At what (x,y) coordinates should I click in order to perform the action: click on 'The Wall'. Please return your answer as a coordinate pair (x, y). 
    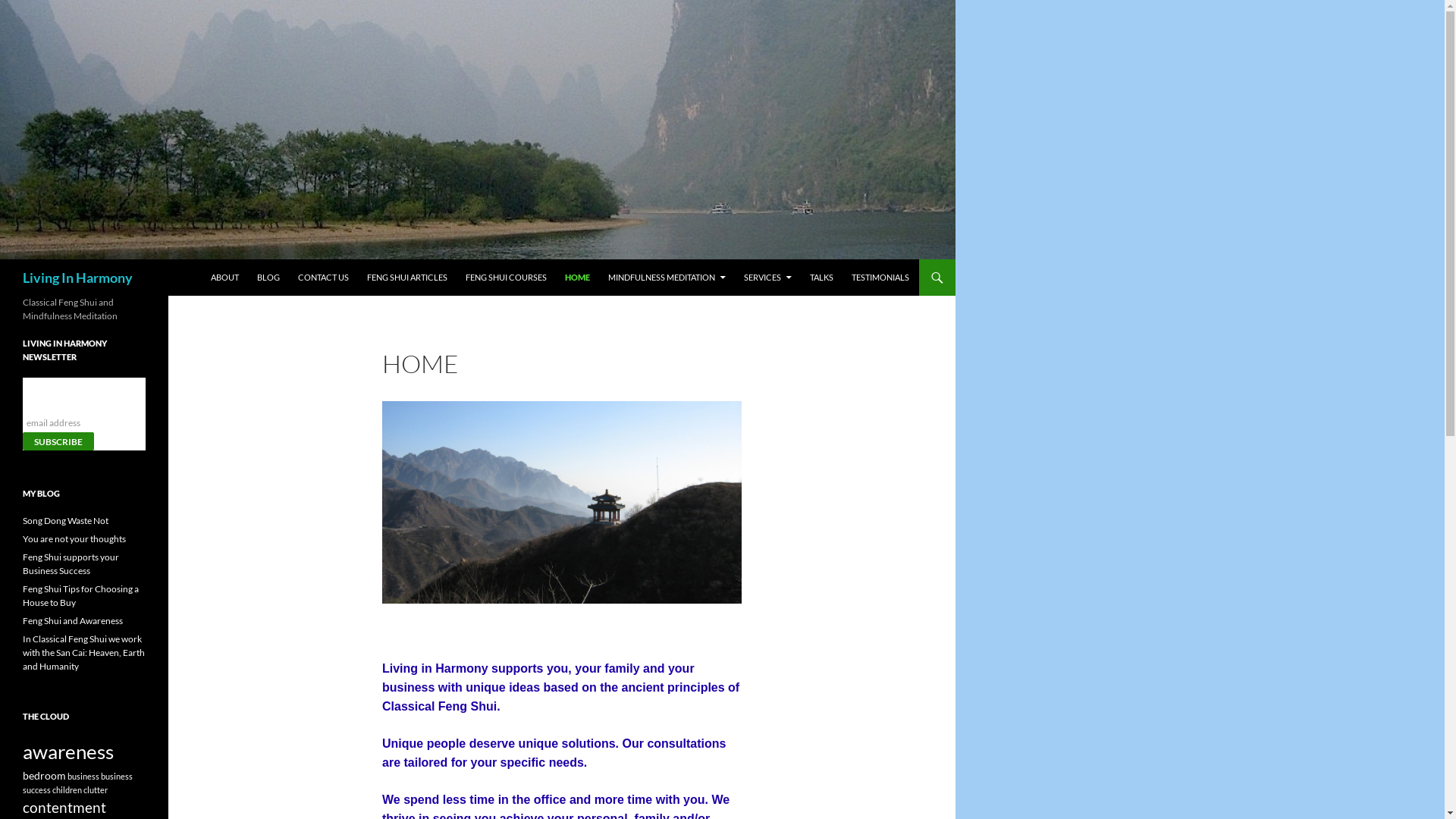
    Looking at the image, I should click on (560, 502).